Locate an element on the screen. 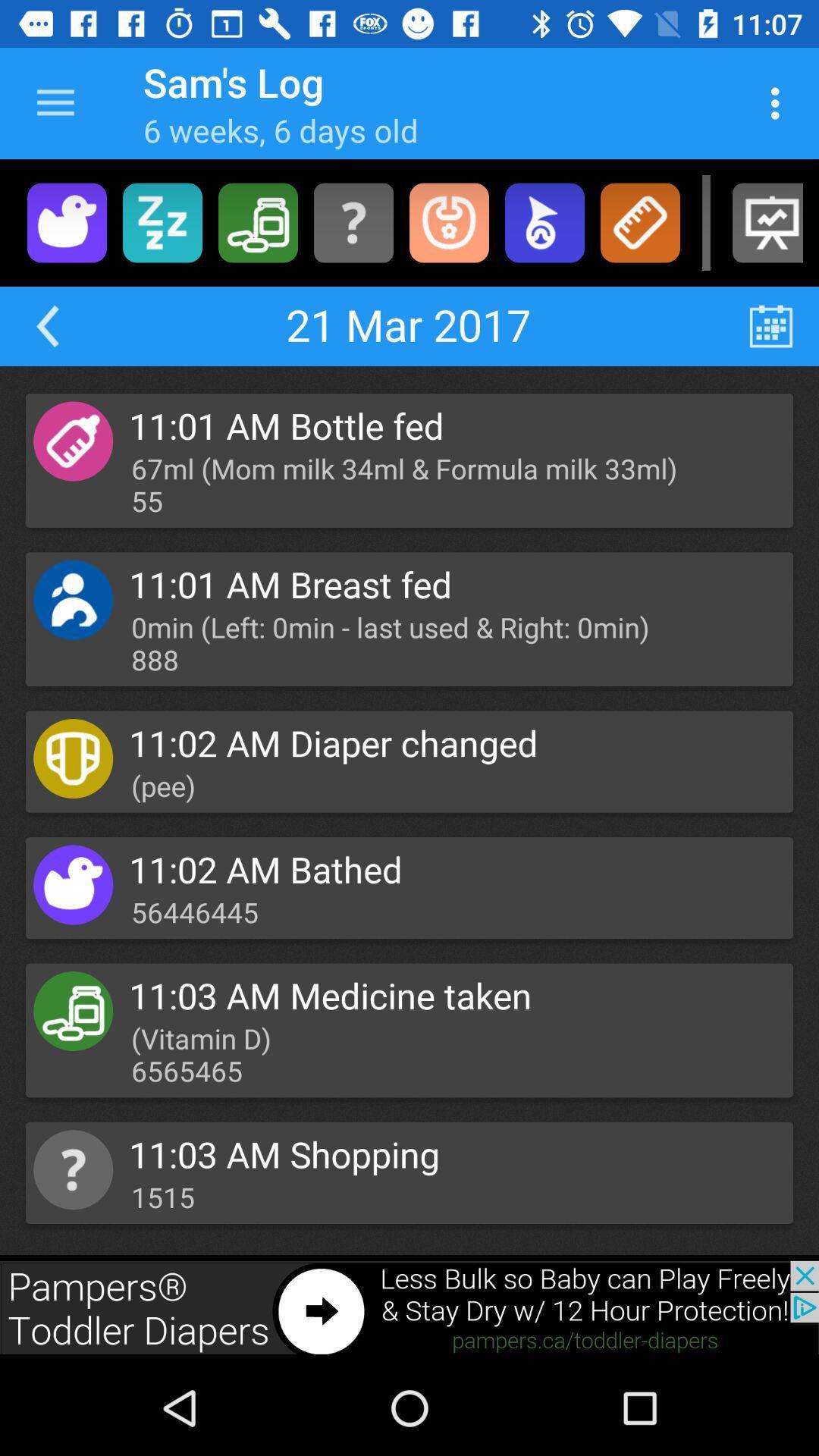  go back is located at coordinates (46, 325).